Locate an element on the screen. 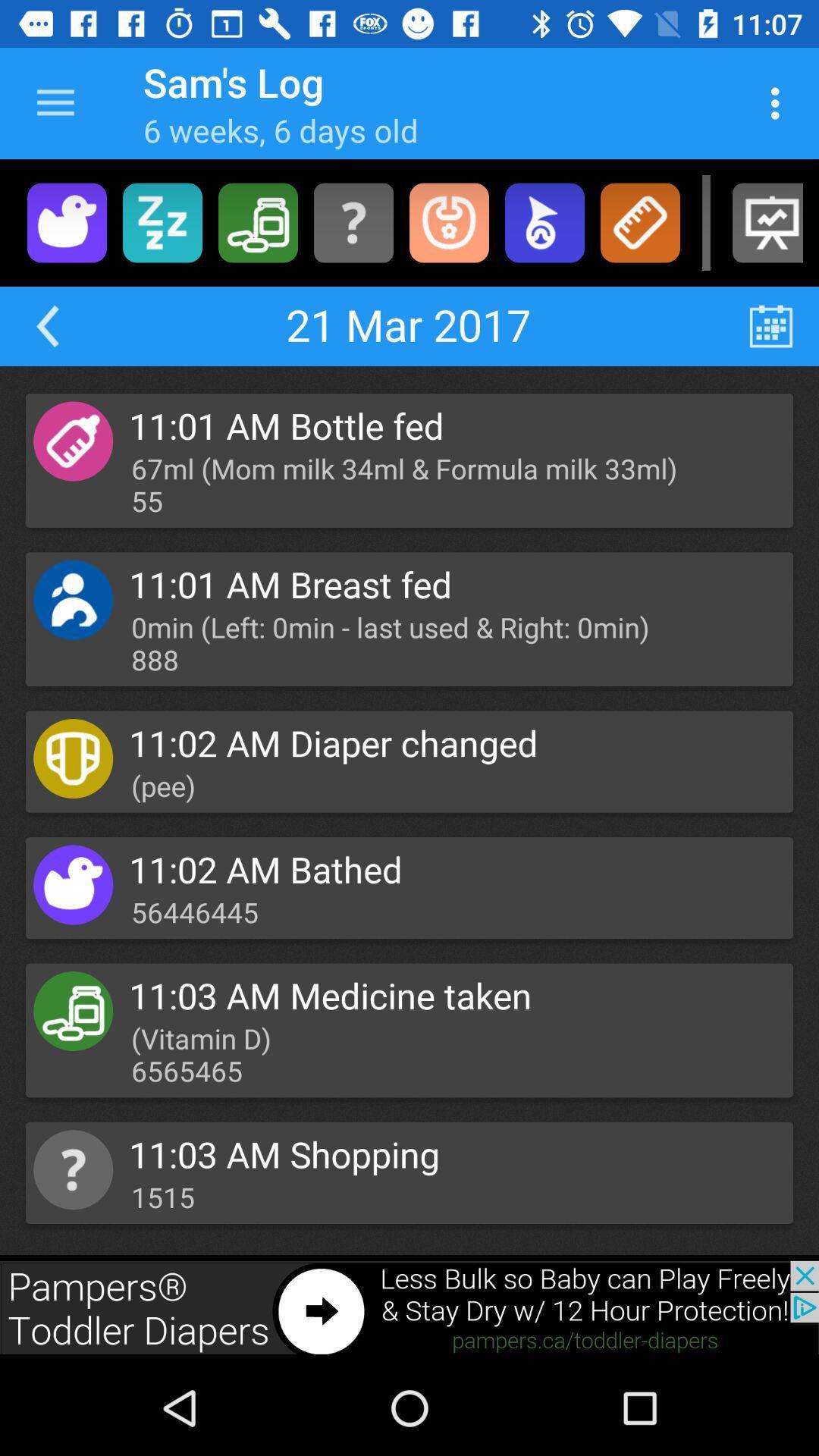  go back is located at coordinates (46, 325).